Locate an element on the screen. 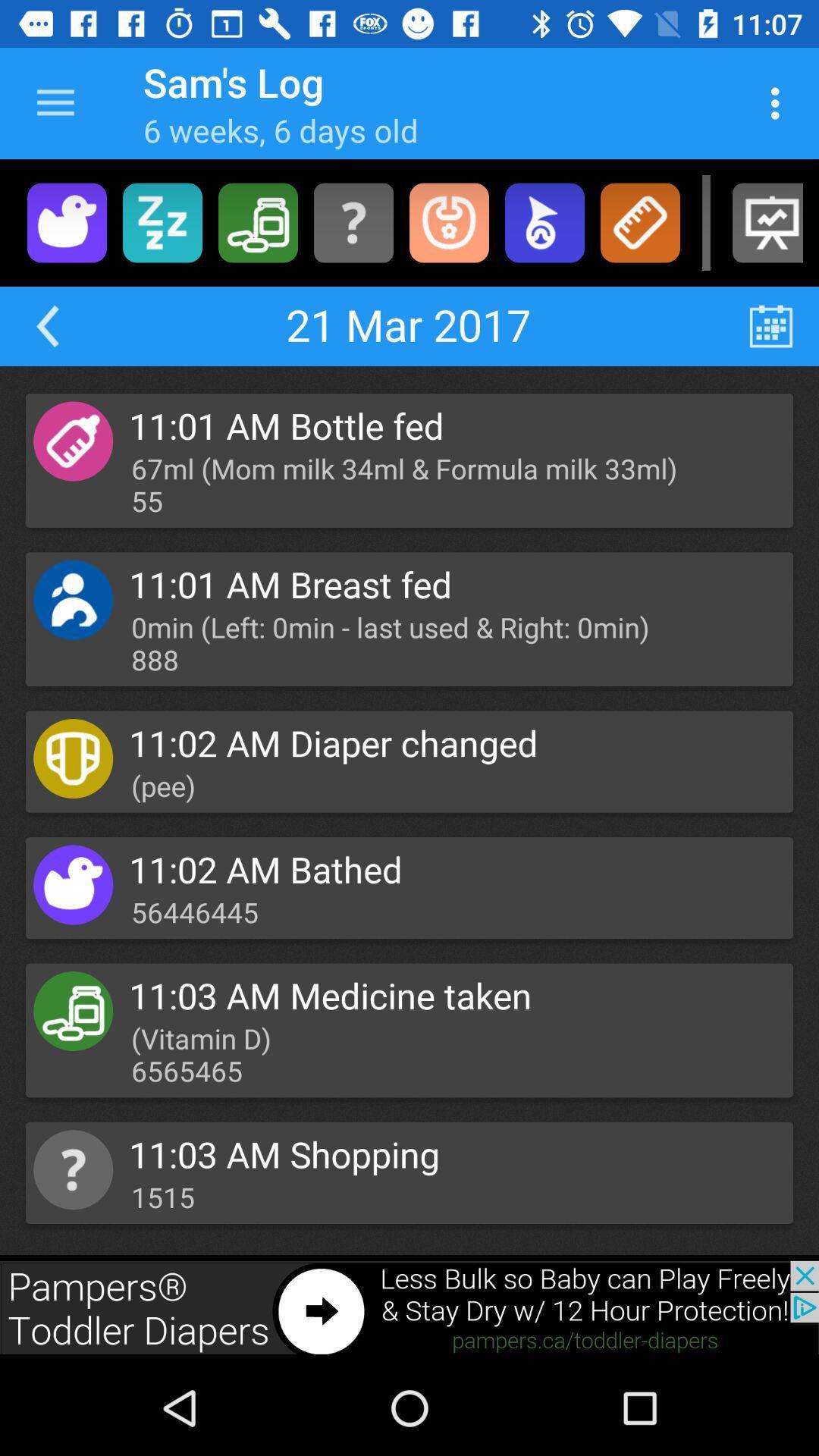  go back is located at coordinates (46, 325).